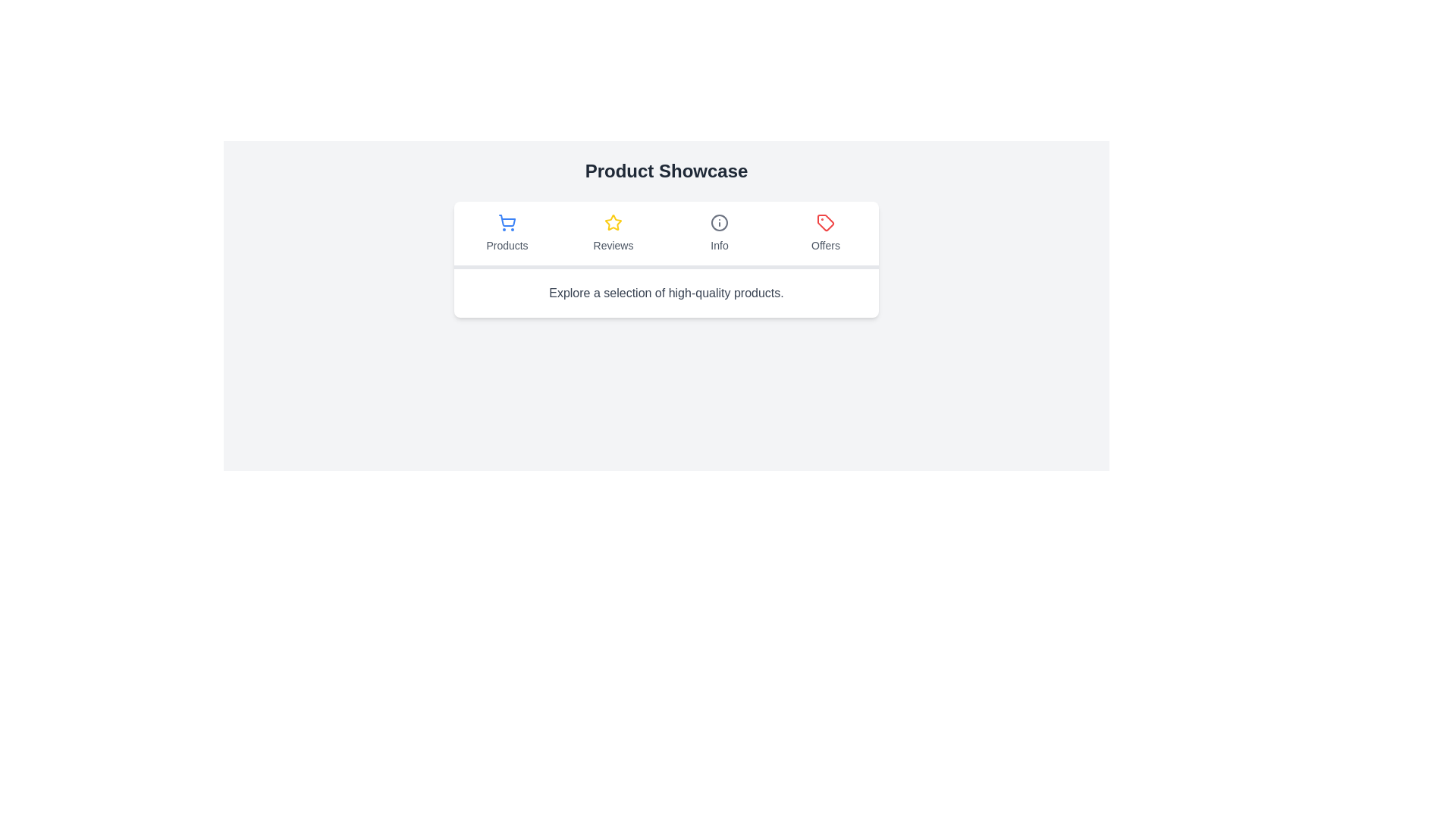 The image size is (1456, 819). What do you see at coordinates (825, 245) in the screenshot?
I see `text label that identifies the purpose of the 'Offers' tab, located at the bottom-center of the 'Offers' tab section underneath the tag icon` at bounding box center [825, 245].